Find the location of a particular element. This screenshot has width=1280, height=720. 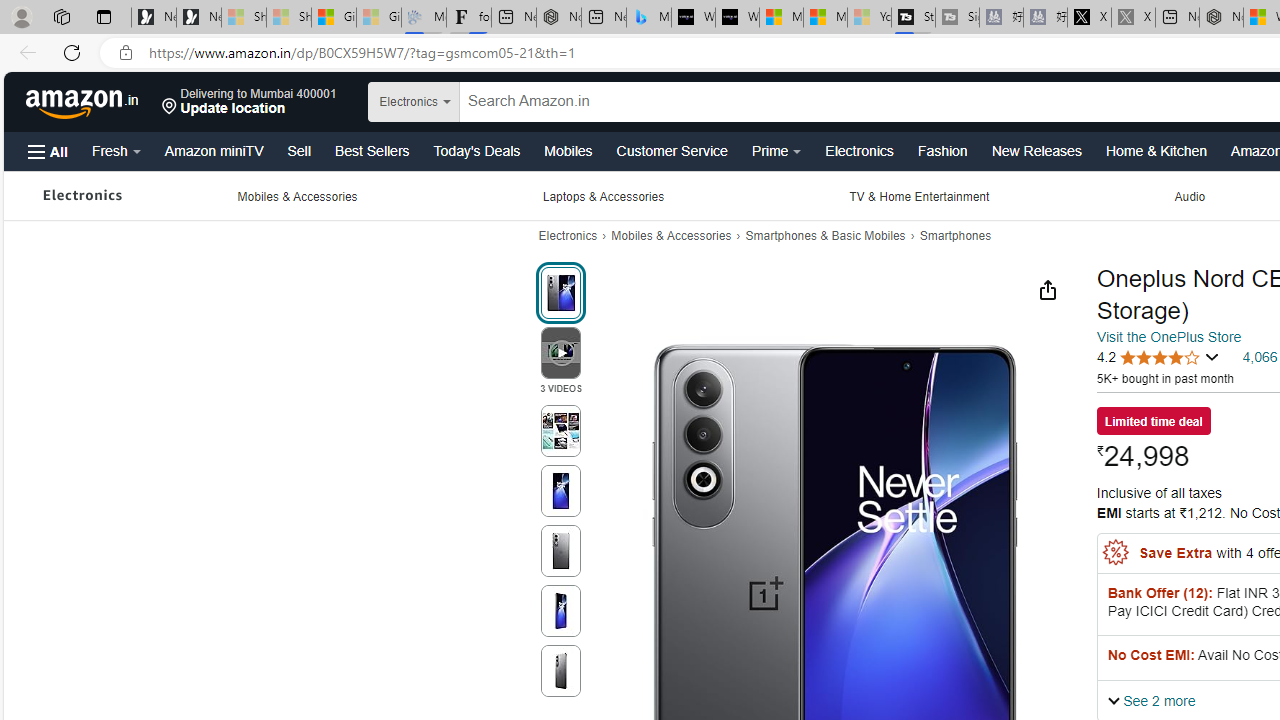

'Savings indicator icon' is located at coordinates (1115, 553).